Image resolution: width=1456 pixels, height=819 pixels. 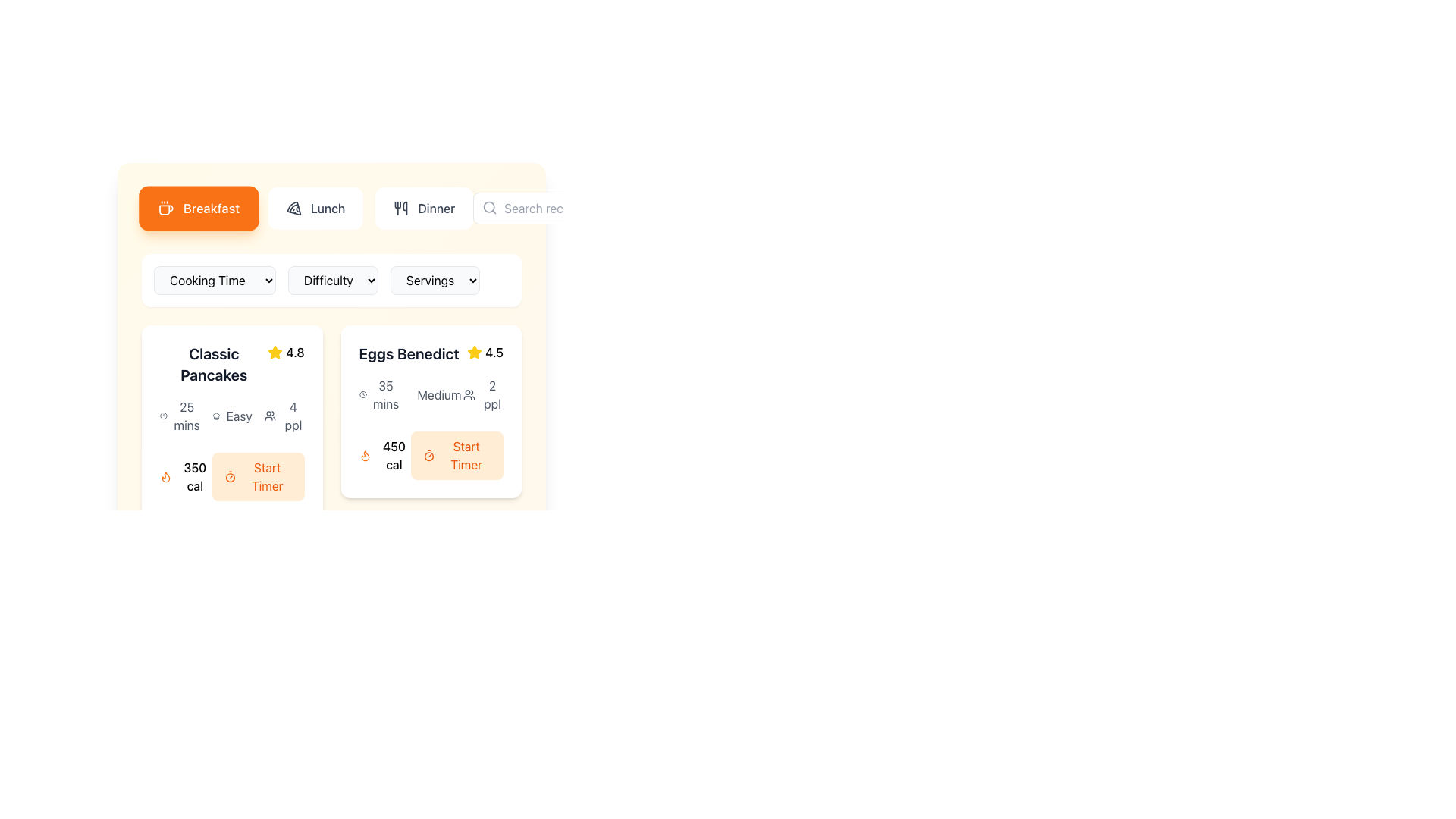 I want to click on the text element displaying '450 cal' which is located in the bottom left corner of the 'Eggs Benedict' card, beneath the flame icon, so click(x=394, y=455).